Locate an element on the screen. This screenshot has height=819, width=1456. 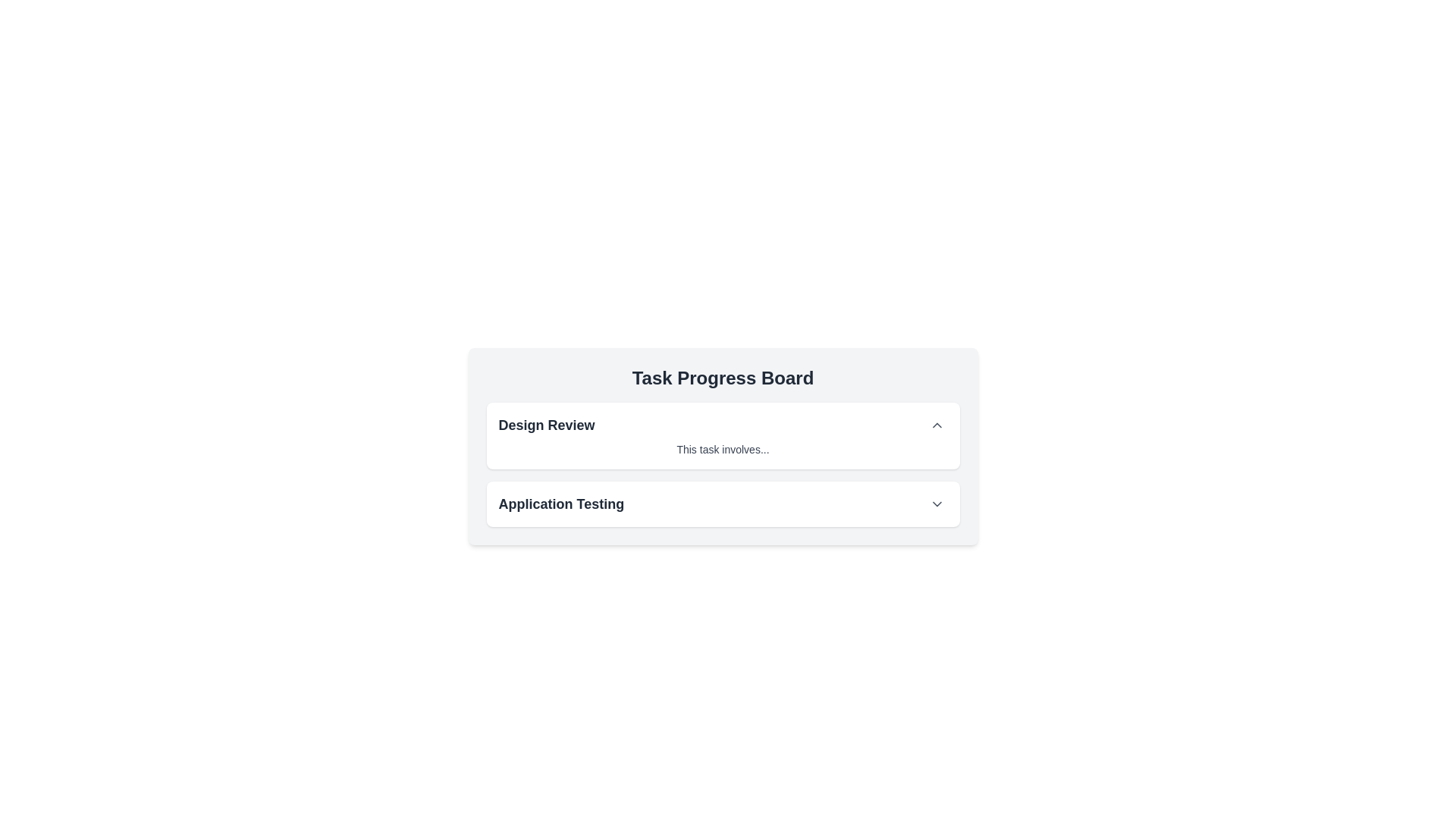
the Dropdown Selector Header located in the 'Task Progress Board' section is located at coordinates (722, 504).